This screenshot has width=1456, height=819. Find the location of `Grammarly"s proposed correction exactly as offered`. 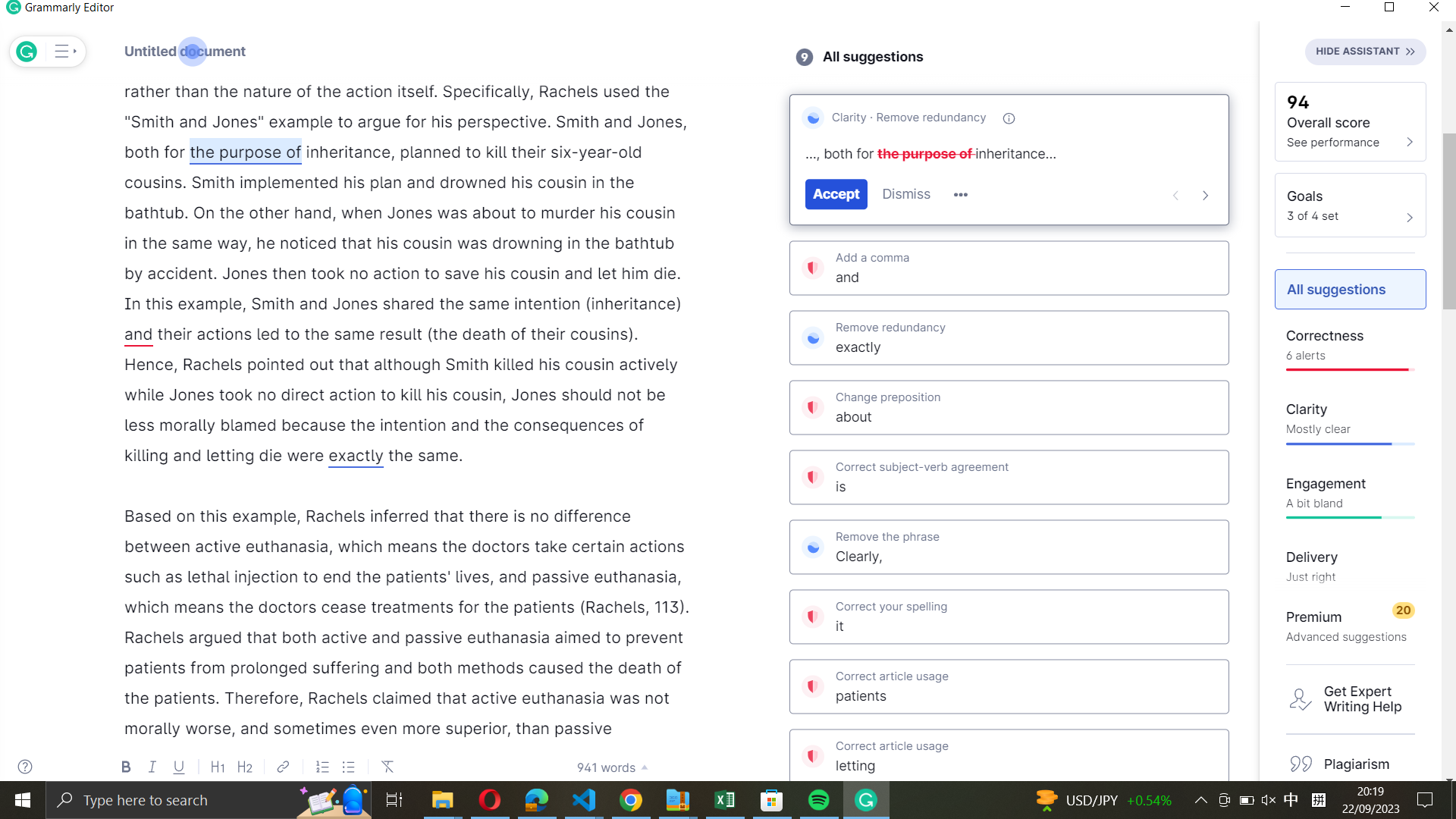

Grammarly"s proposed correction exactly as offered is located at coordinates (1009, 336).